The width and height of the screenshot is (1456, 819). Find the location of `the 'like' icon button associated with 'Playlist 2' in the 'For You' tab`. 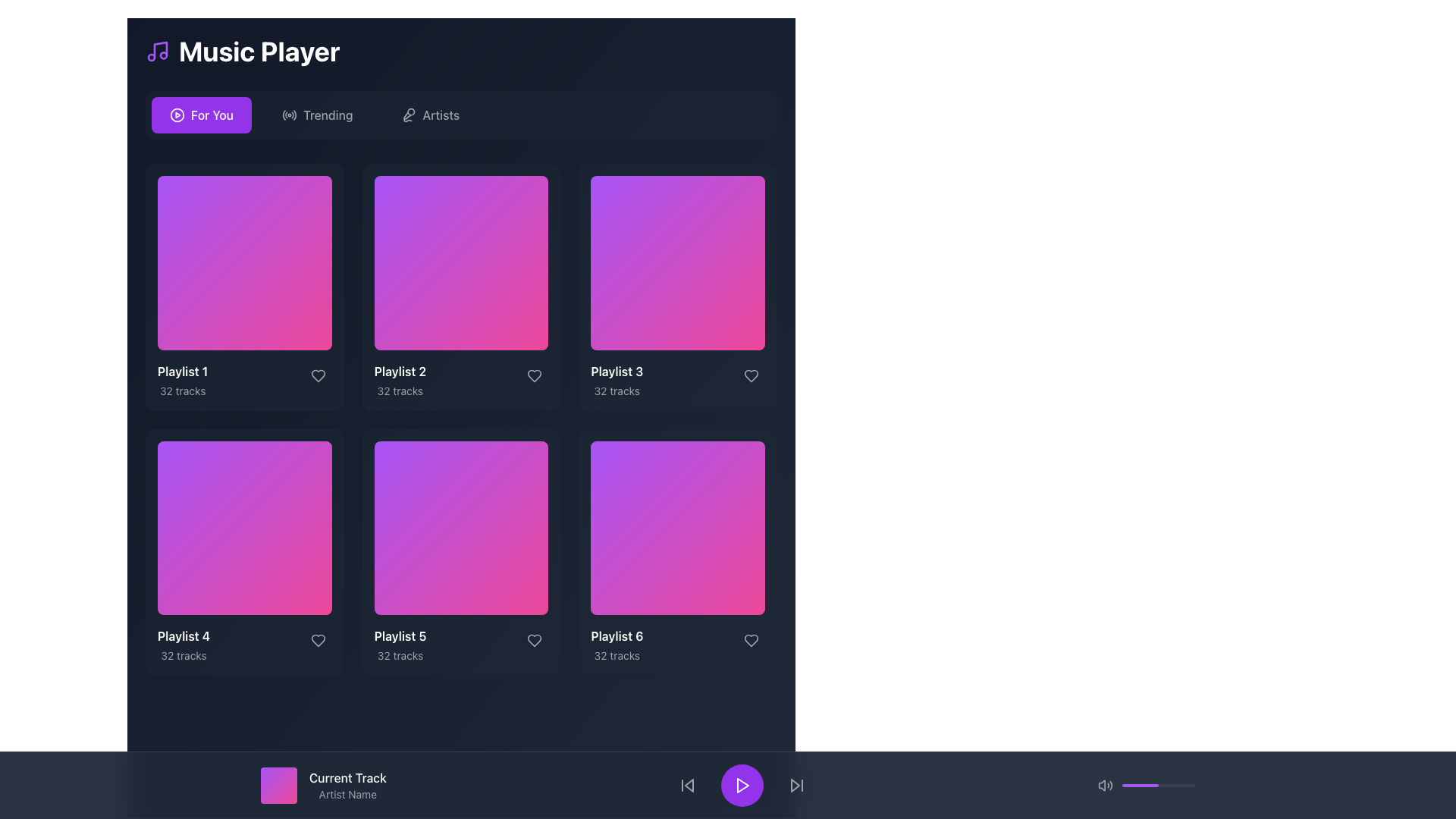

the 'like' icon button associated with 'Playlist 2' in the 'For You' tab is located at coordinates (535, 375).